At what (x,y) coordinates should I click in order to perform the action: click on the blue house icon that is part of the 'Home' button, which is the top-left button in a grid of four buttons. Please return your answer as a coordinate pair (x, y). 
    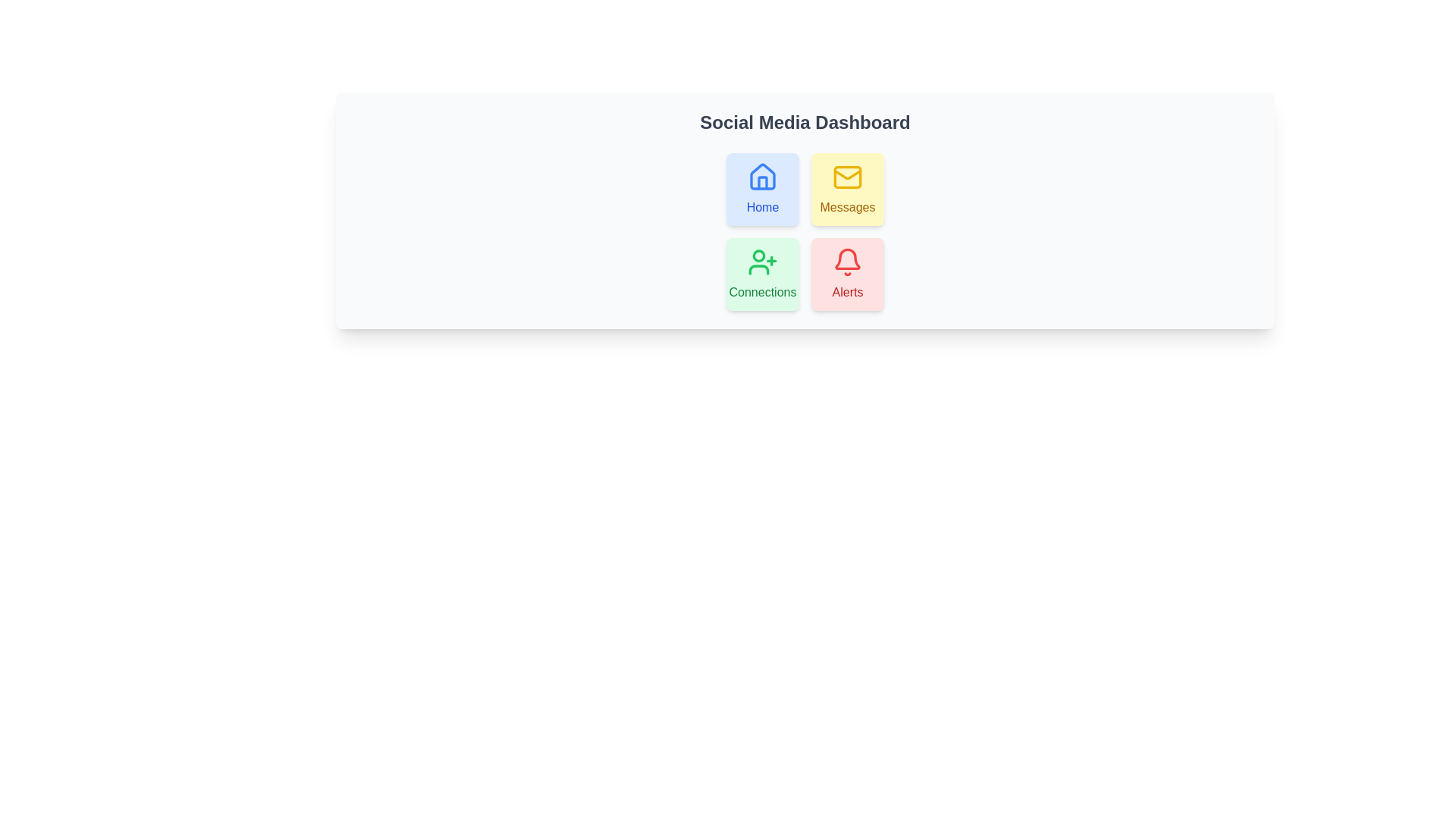
    Looking at the image, I should click on (763, 177).